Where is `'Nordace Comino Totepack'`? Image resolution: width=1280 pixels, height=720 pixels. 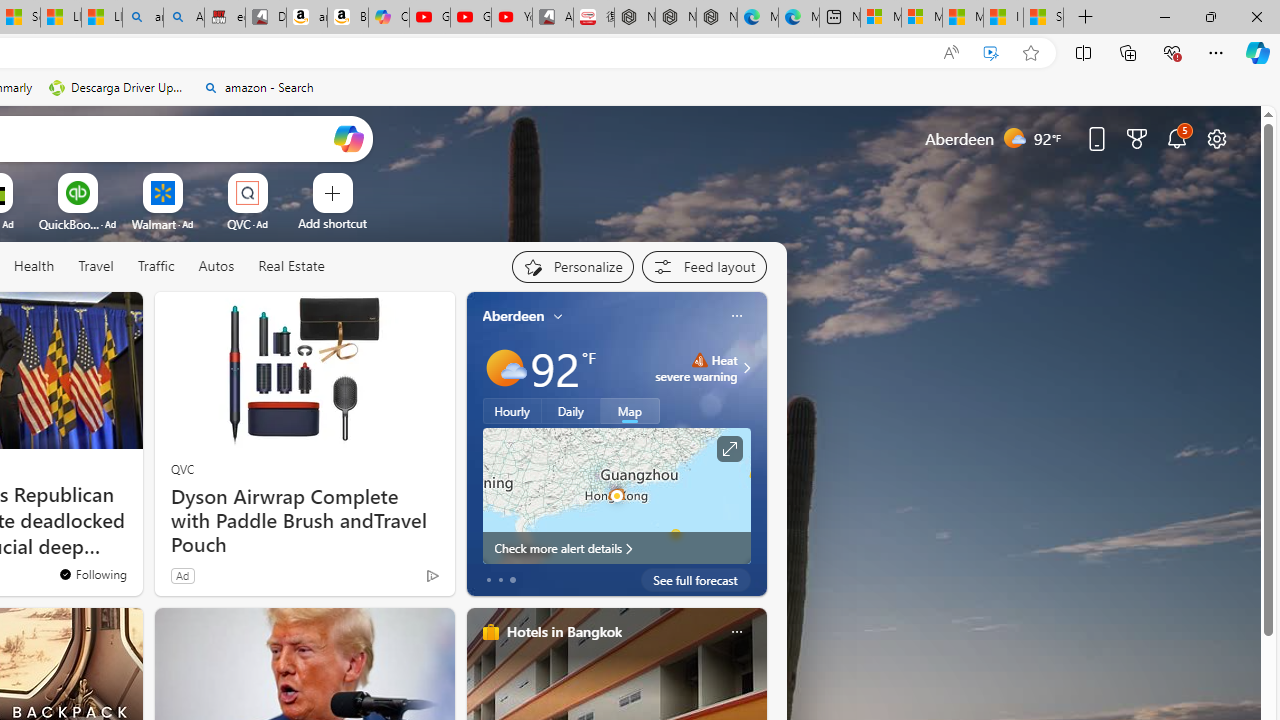 'Nordace Comino Totepack' is located at coordinates (633, 17).